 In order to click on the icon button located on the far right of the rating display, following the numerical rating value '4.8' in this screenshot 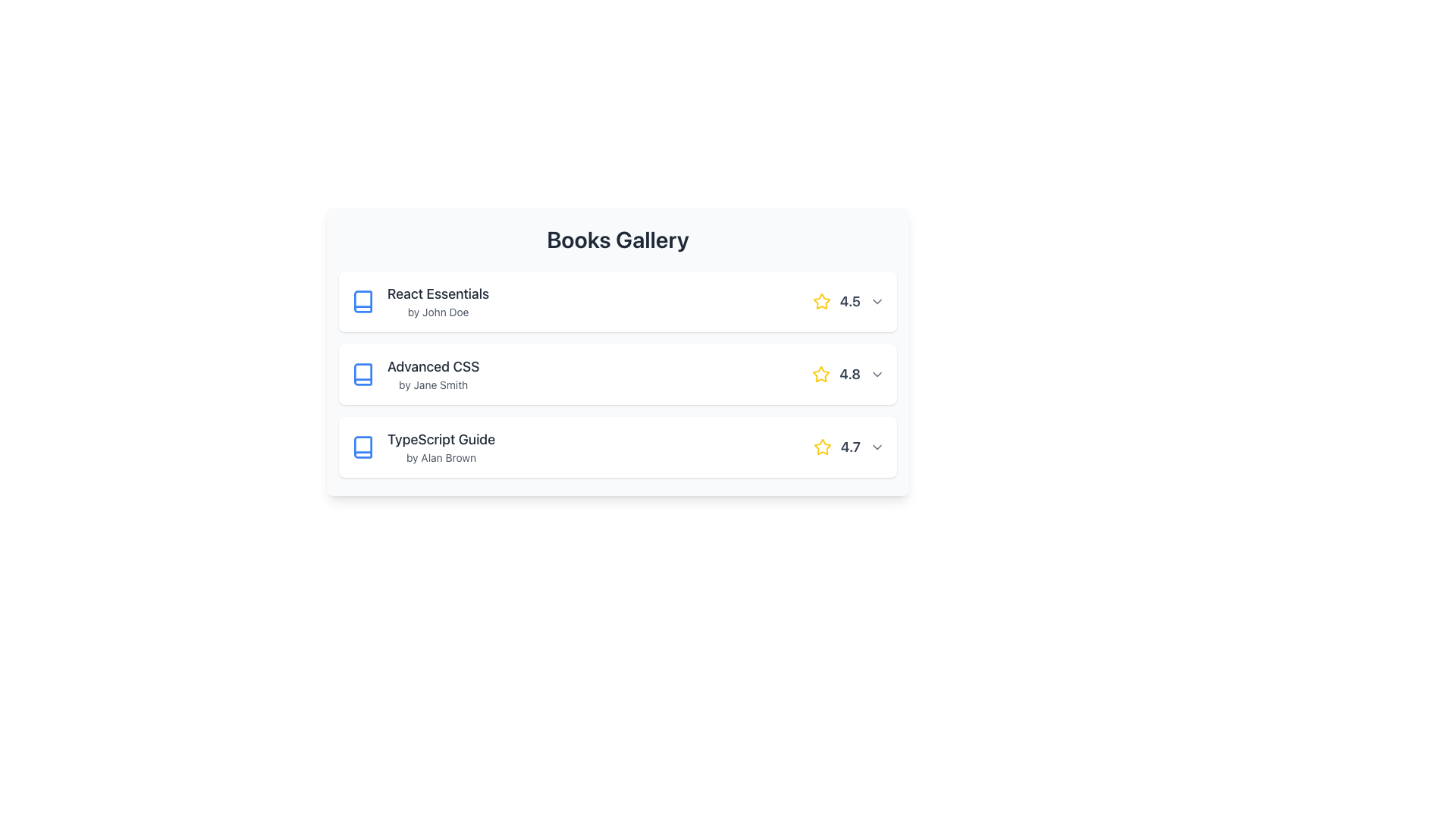, I will do `click(877, 374)`.